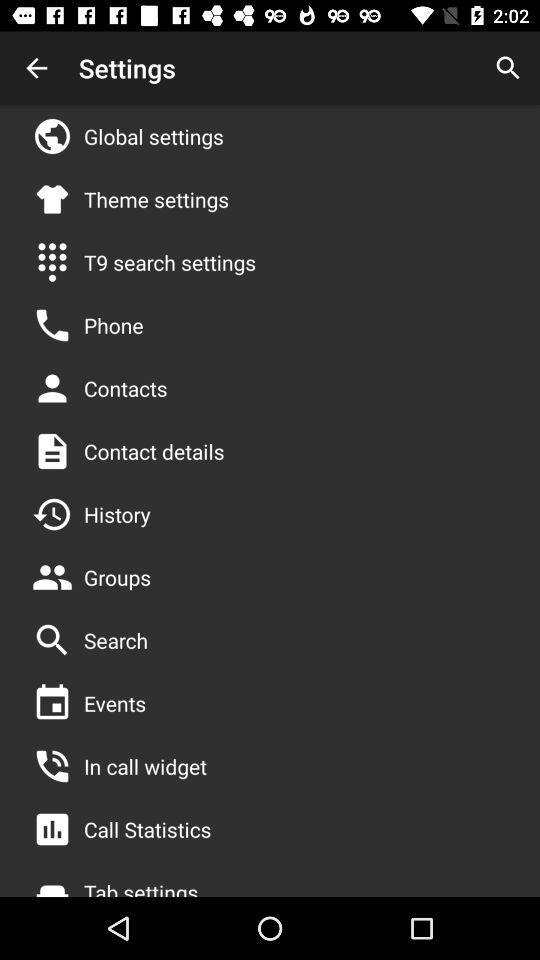 The width and height of the screenshot is (540, 960). Describe the element at coordinates (113, 325) in the screenshot. I see `app below t9 search settings` at that location.